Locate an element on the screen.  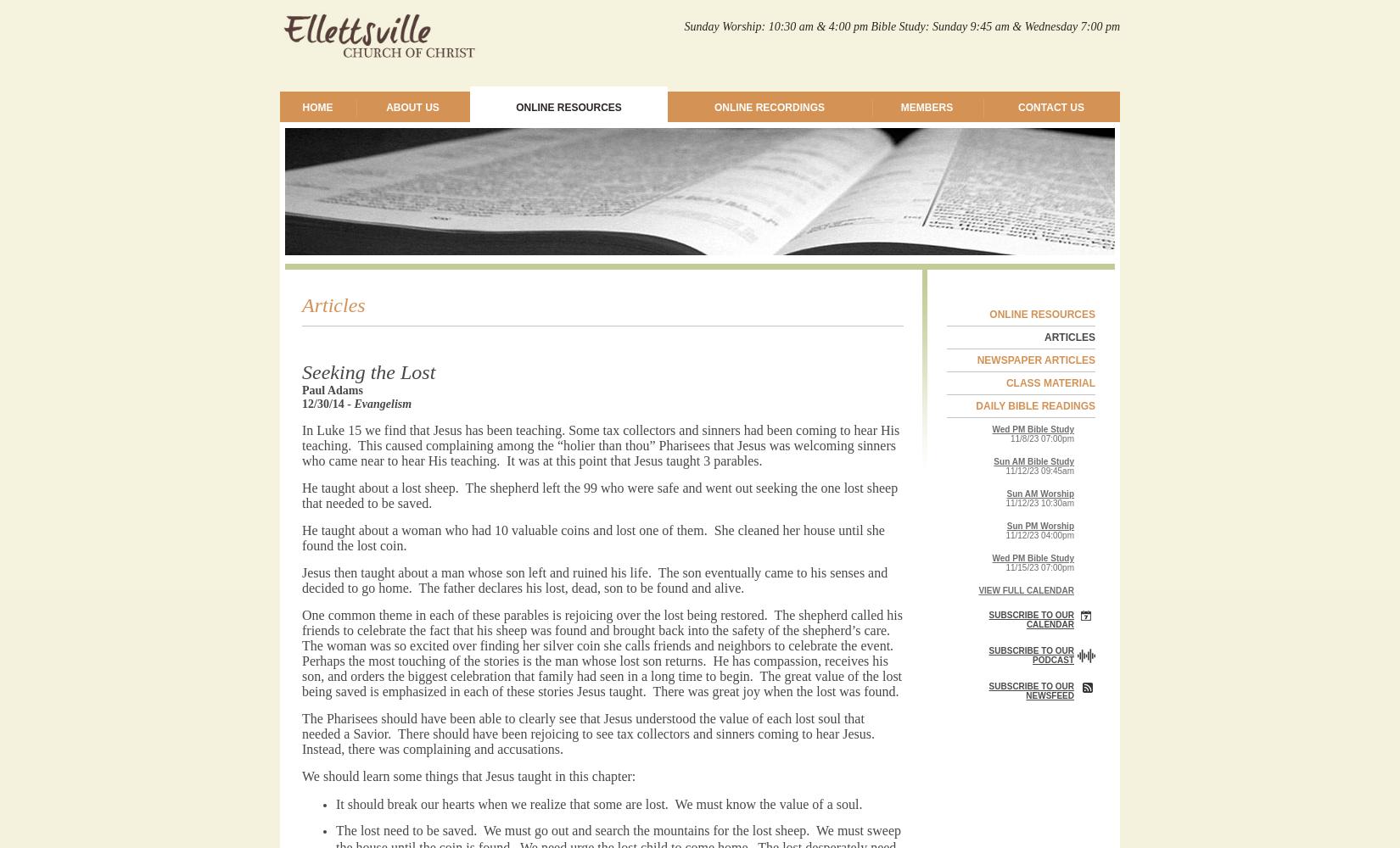
'Class Material' is located at coordinates (1050, 382).